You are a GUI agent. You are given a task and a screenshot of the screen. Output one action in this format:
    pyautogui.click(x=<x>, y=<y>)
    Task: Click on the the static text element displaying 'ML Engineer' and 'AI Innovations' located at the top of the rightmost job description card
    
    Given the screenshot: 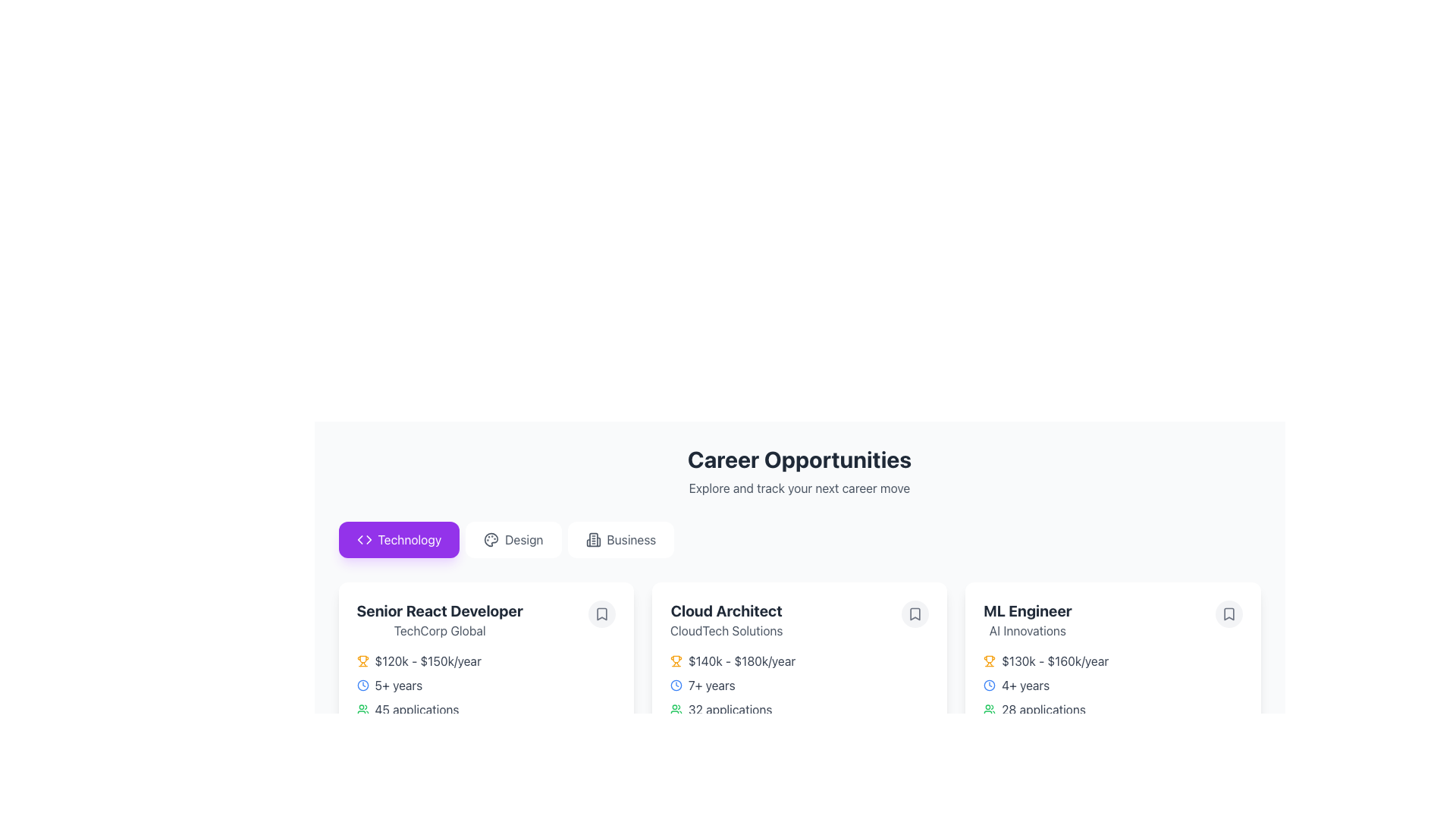 What is the action you would take?
    pyautogui.click(x=1028, y=620)
    